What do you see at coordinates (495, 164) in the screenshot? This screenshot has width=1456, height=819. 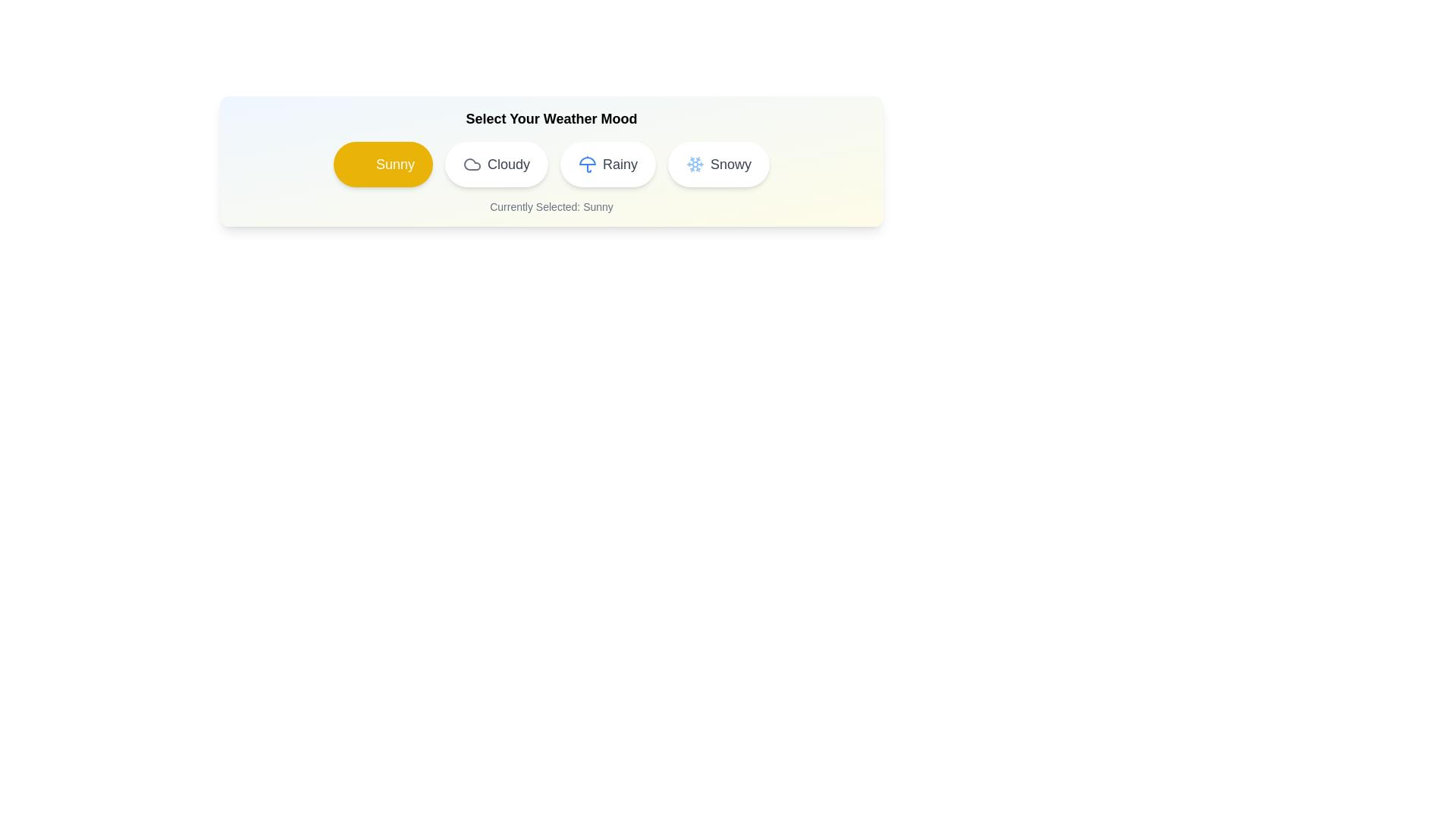 I see `the weather option Cloudy by clicking on its chip` at bounding box center [495, 164].